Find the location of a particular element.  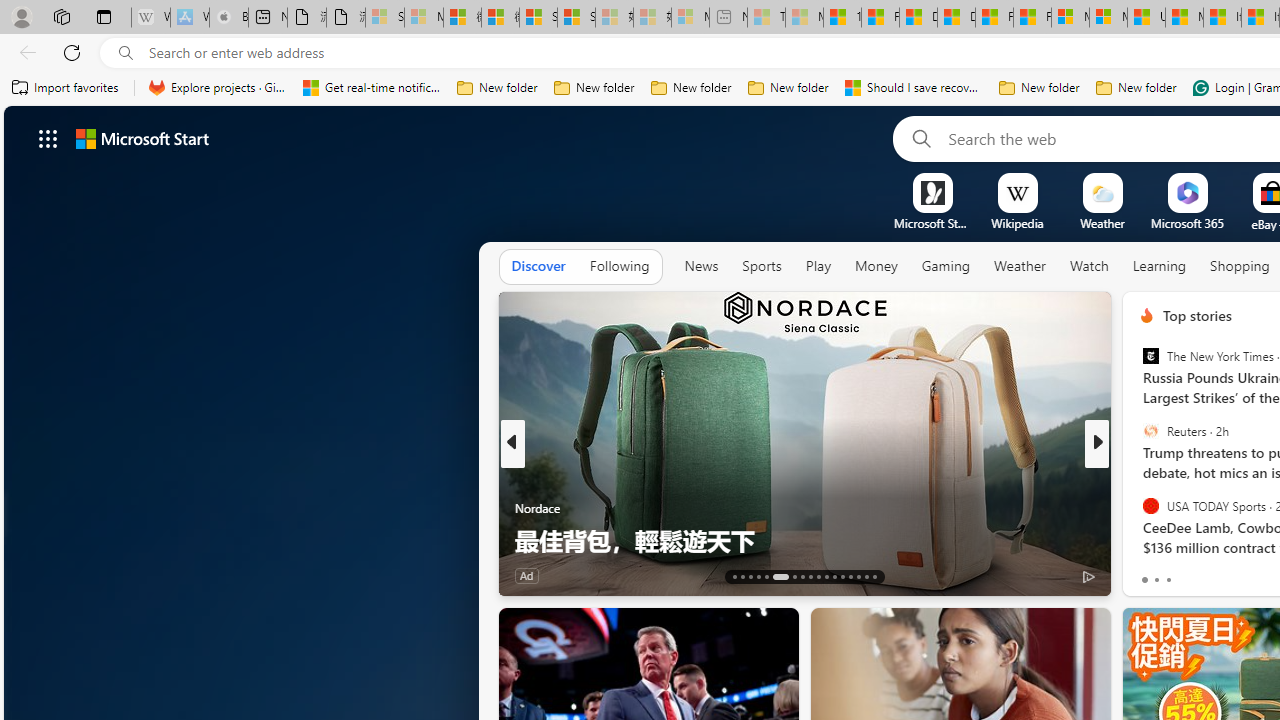

'USA TODAY Sports' is located at coordinates (1150, 504).